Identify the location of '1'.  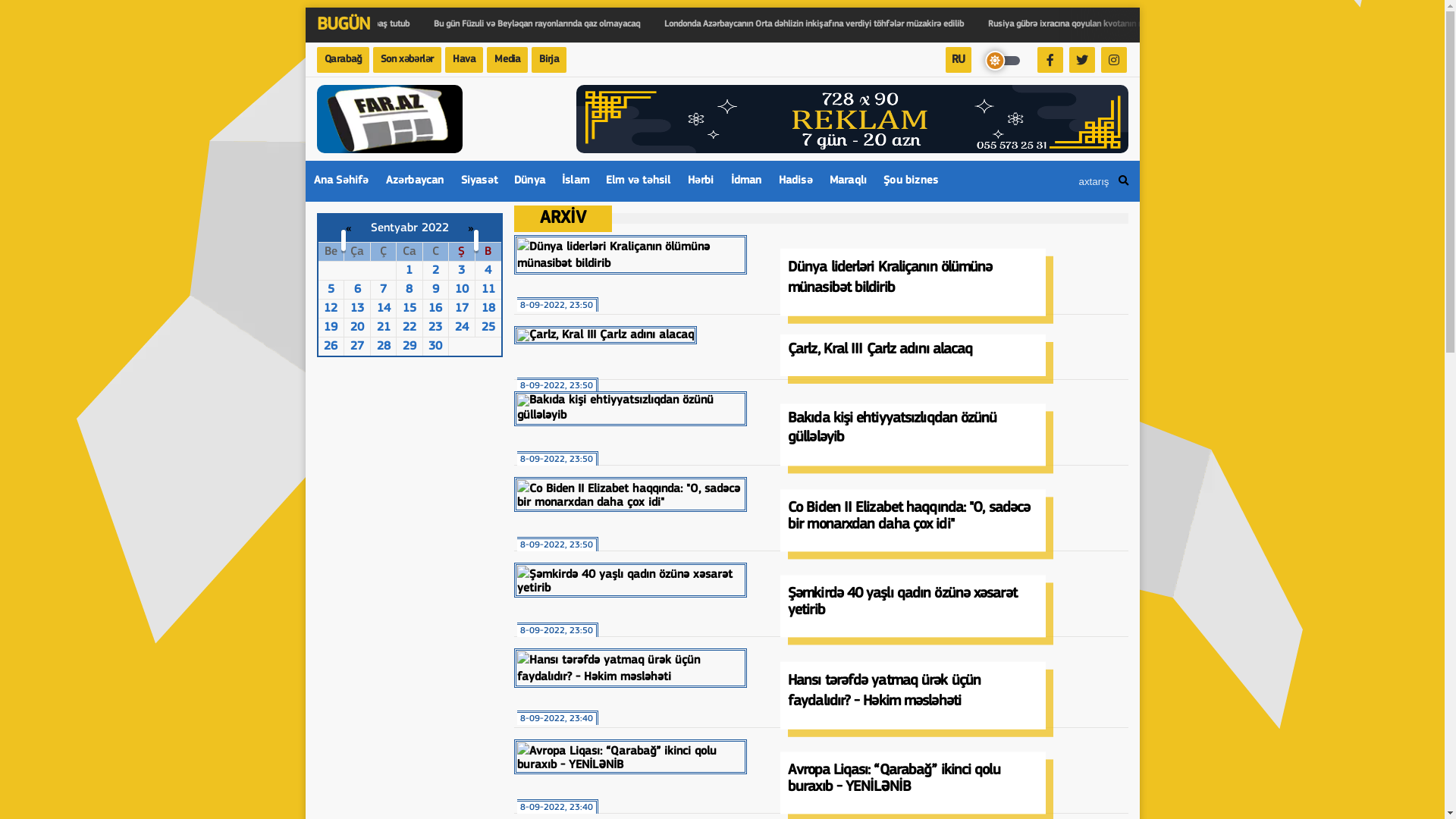
(409, 270).